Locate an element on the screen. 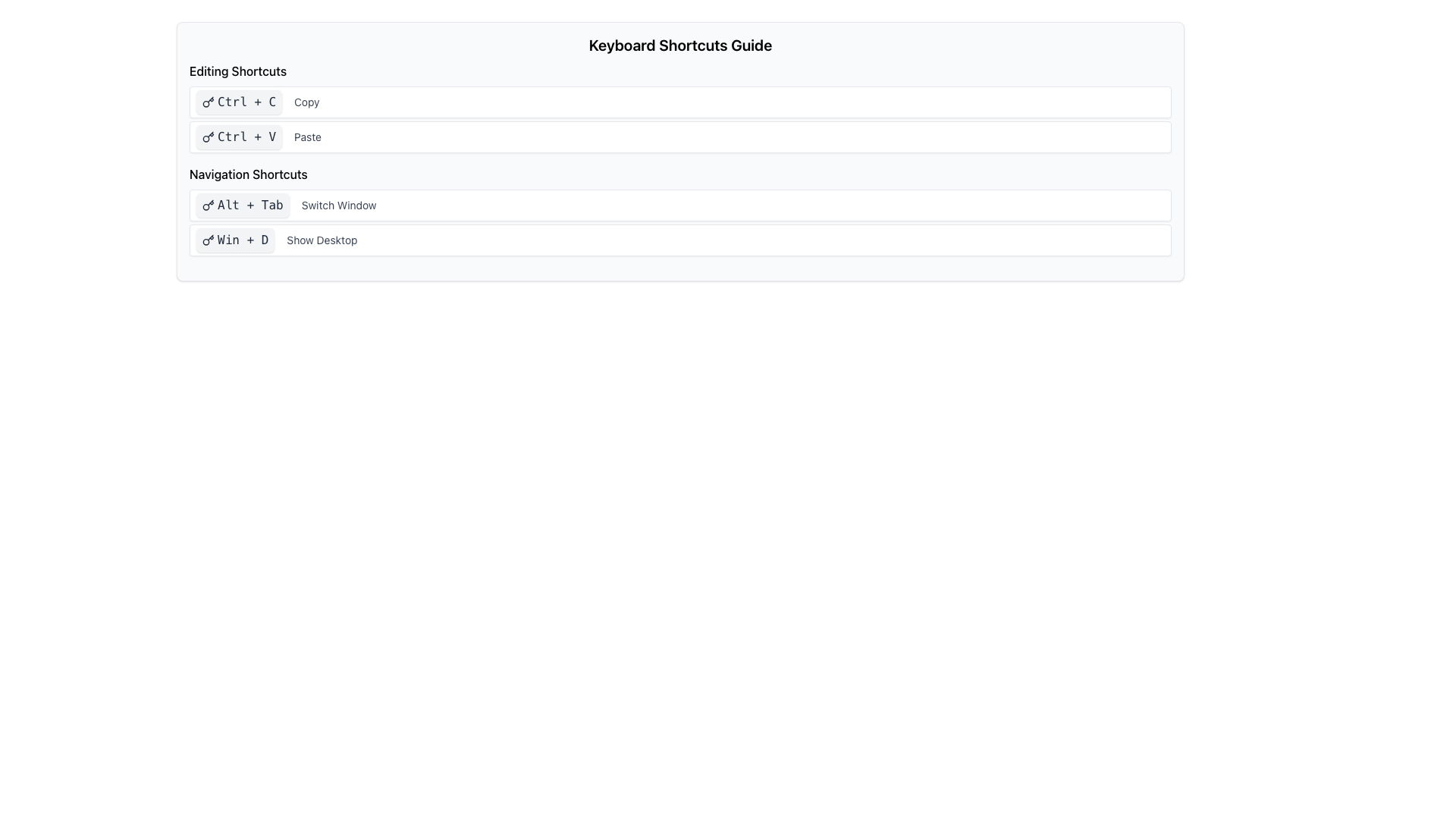  the Text display icon that signifies the 'Win + D' shortcut for minimizing all windows and showing the desktop is located at coordinates (234, 239).